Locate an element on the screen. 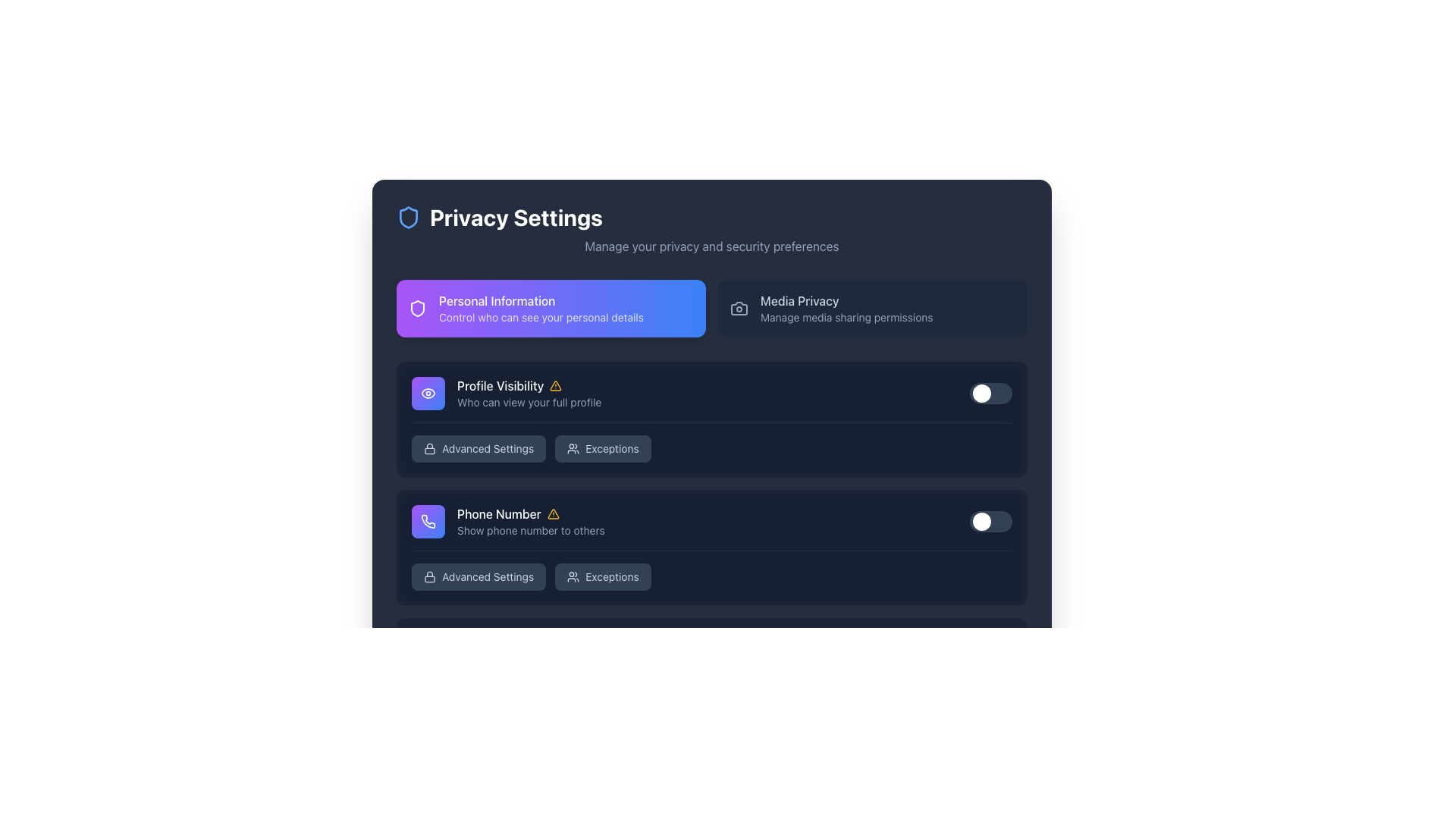 Image resolution: width=1456 pixels, height=819 pixels. the Decorative icon located to the left of the 'Phone Number' label in the bottommost section of the 'Privacy Settings' pane to associate it with the 'Phone Number' setting is located at coordinates (428, 520).